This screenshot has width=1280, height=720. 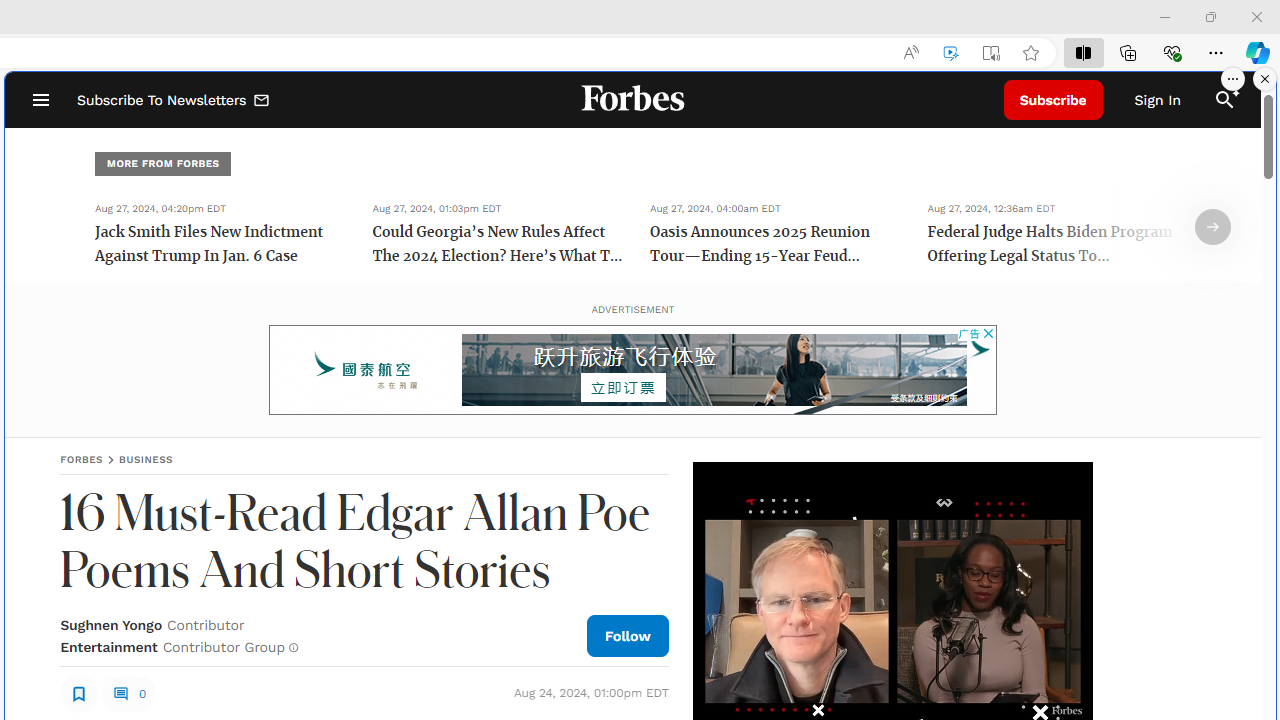 I want to click on 'Class: fs-icon fs-icon--comment', so click(x=119, y=692).